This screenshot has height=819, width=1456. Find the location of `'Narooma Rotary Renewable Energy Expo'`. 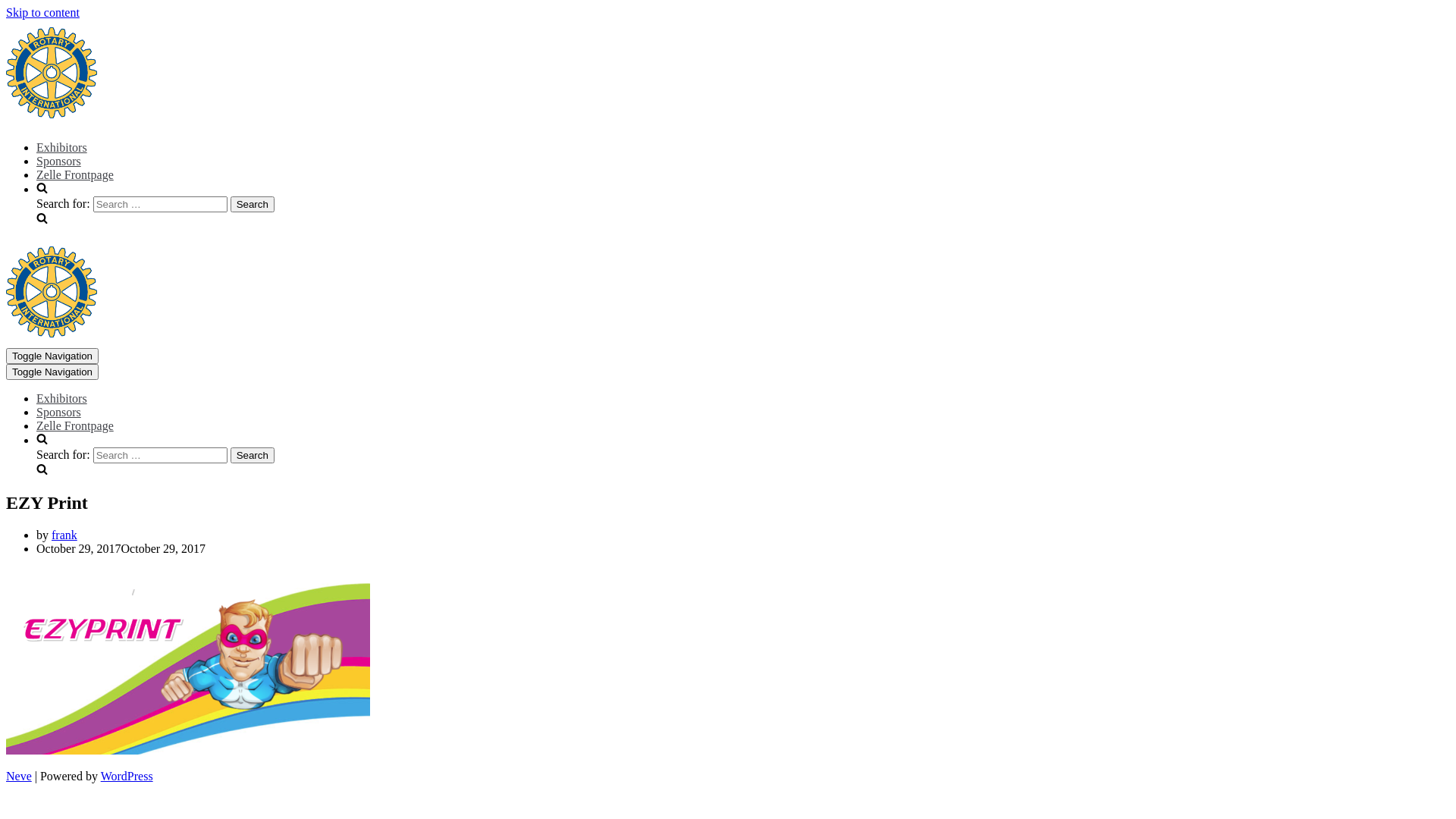

'Narooma Rotary Renewable Energy Expo' is located at coordinates (51, 113).